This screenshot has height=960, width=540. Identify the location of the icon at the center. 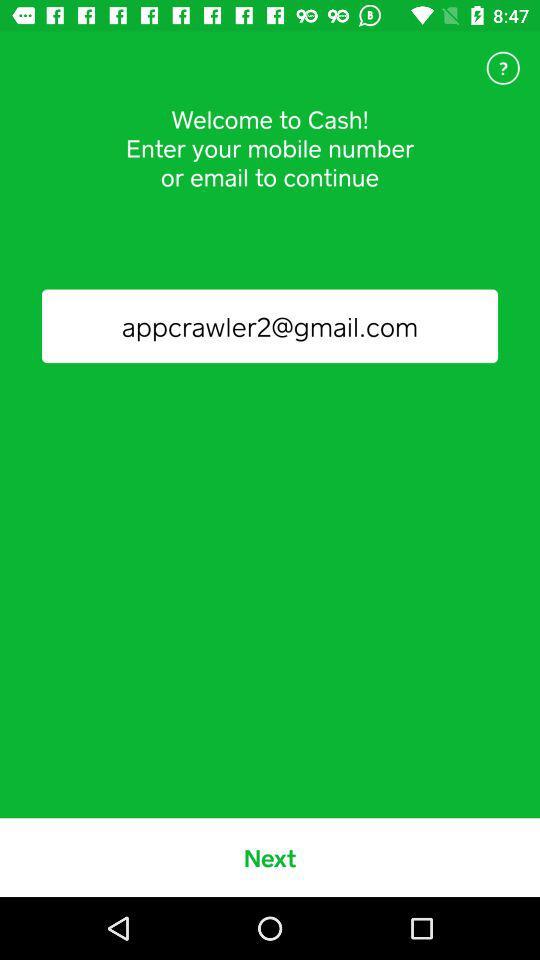
(270, 326).